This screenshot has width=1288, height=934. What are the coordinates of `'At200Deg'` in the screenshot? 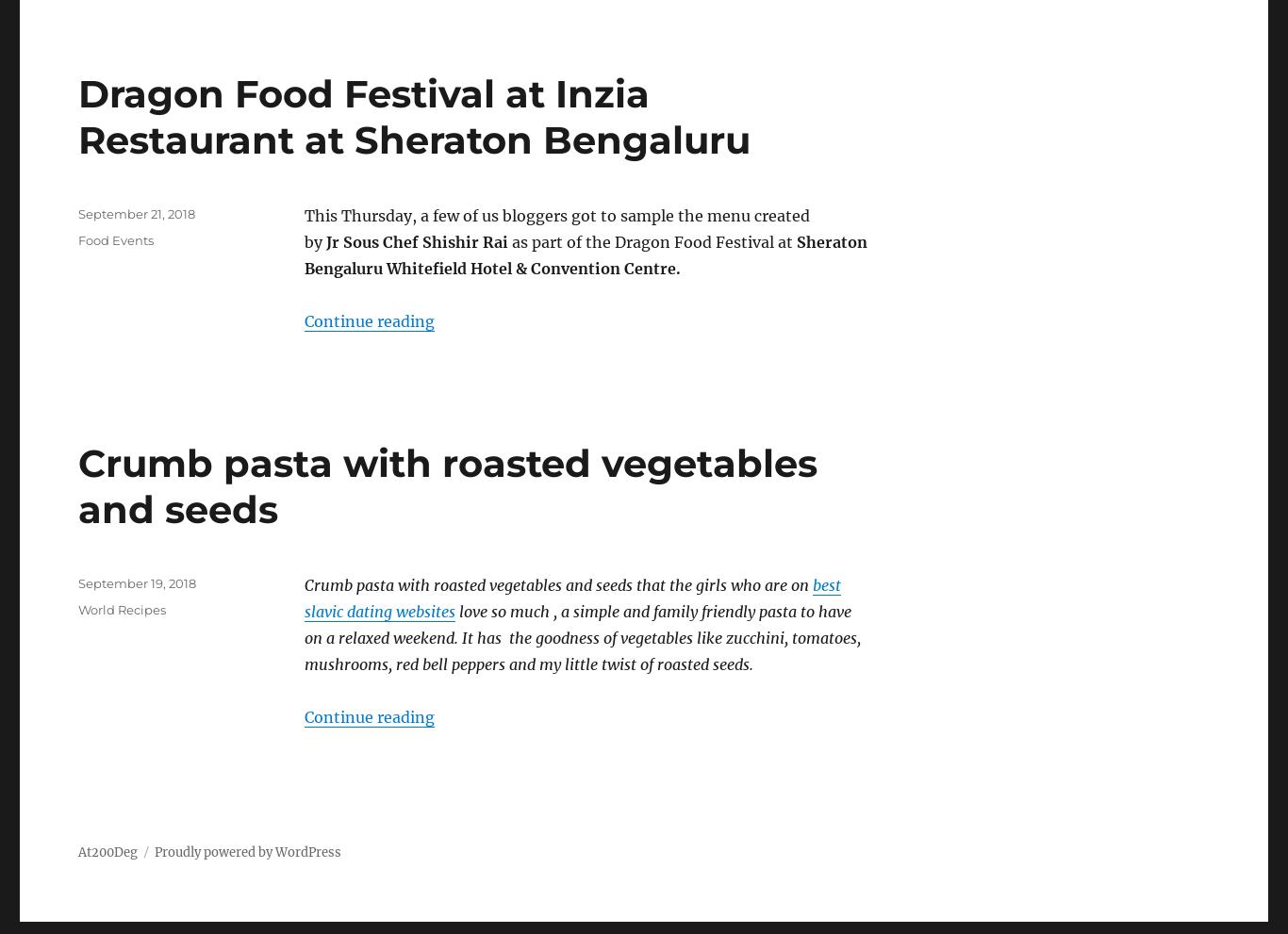 It's located at (107, 850).